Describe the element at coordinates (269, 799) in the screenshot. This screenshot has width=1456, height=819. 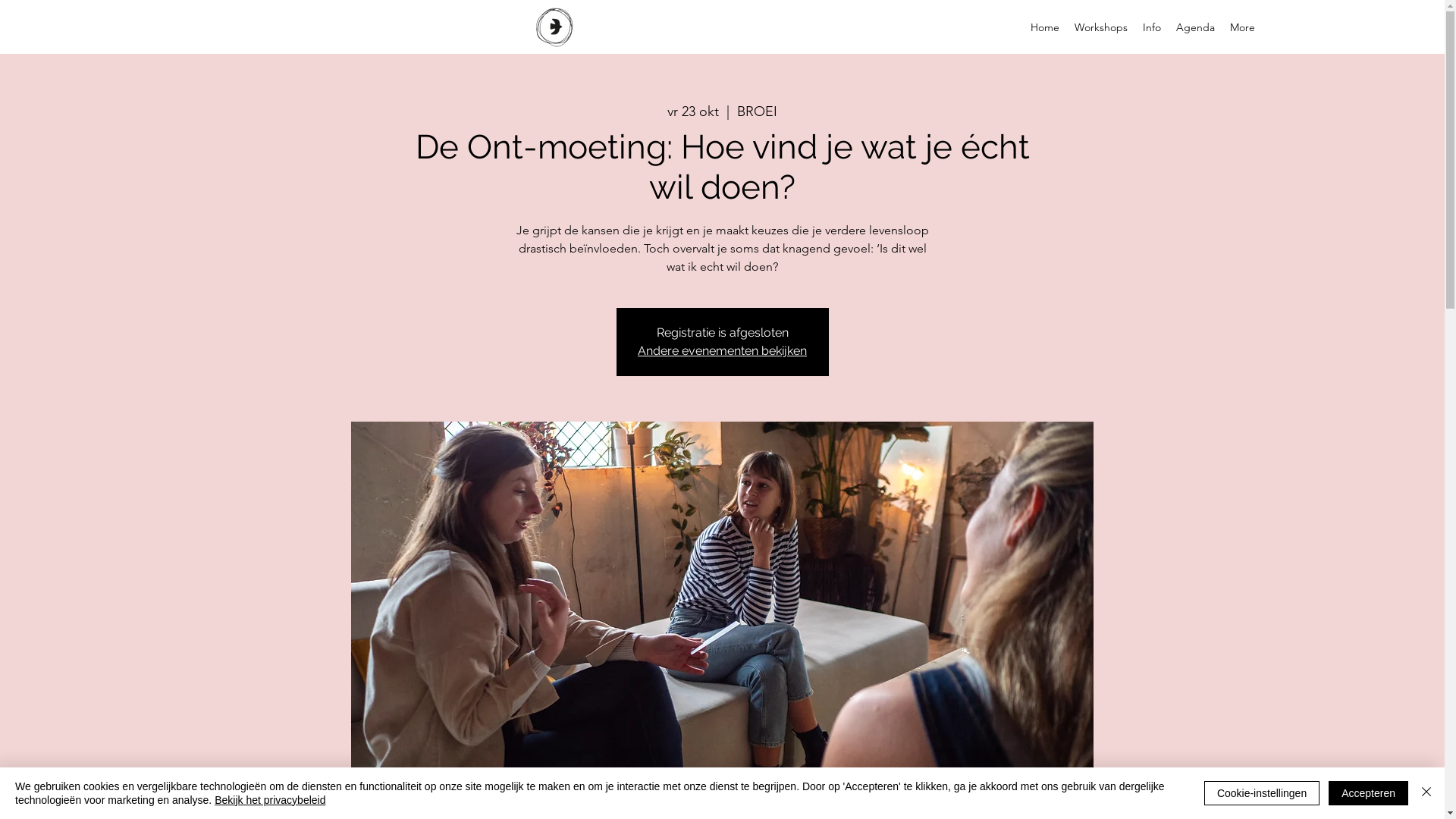
I see `'Bekijk het privacybeleid'` at that location.